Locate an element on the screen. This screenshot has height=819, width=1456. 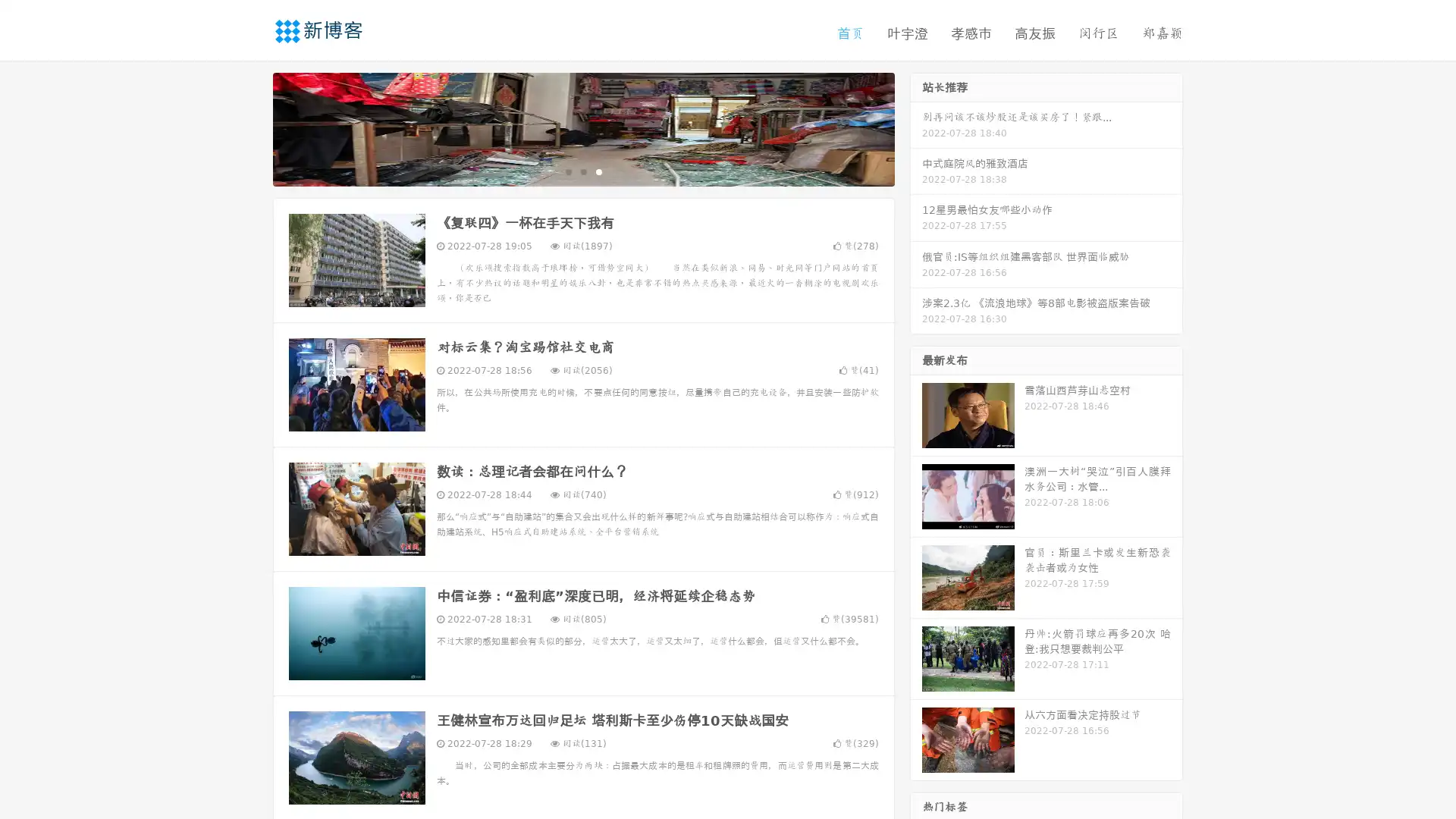
Previous slide is located at coordinates (250, 127).